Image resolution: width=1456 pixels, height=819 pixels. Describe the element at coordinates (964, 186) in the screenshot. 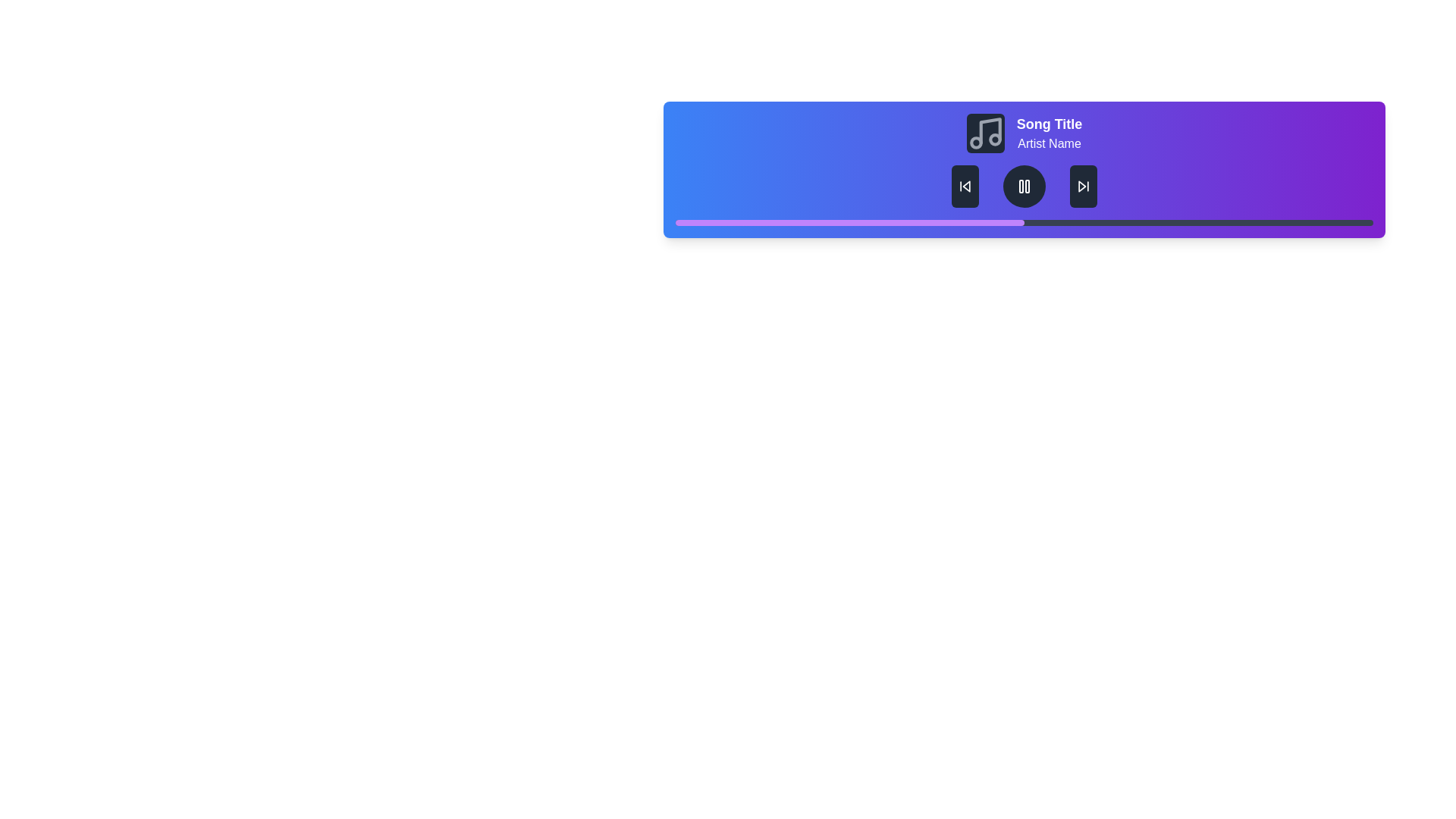

I see `the leftmost button with a dark background and rounded corners featuring a left-pointing arrow, located` at that location.